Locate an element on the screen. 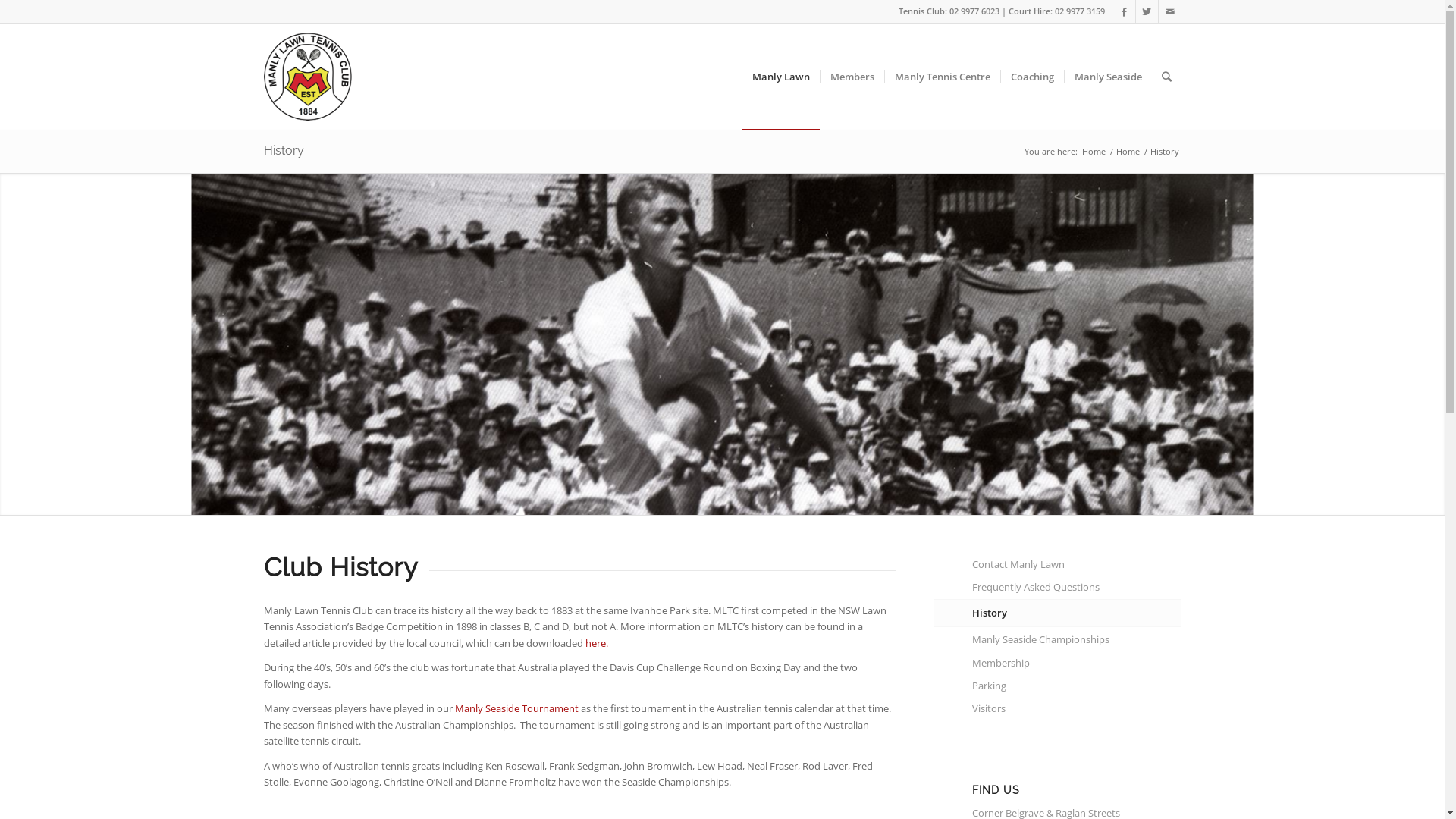 This screenshot has height=819, width=1456. 'Parking' is located at coordinates (971, 686).